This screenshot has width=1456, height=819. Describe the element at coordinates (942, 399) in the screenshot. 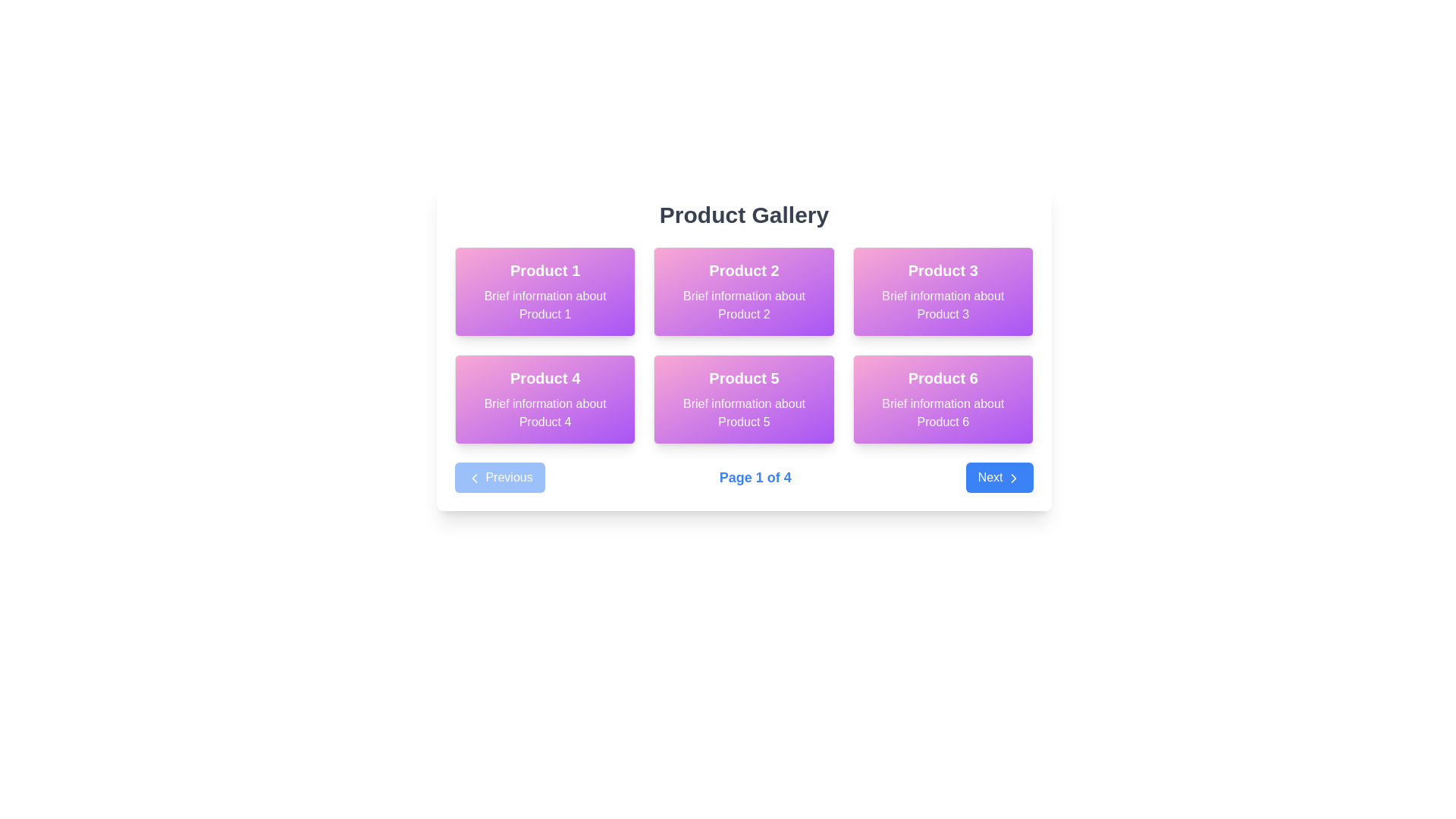

I see `the Informational Card displaying information about 'Product 6', located in the bottom-right corner of a 2x3 grid layout` at that location.